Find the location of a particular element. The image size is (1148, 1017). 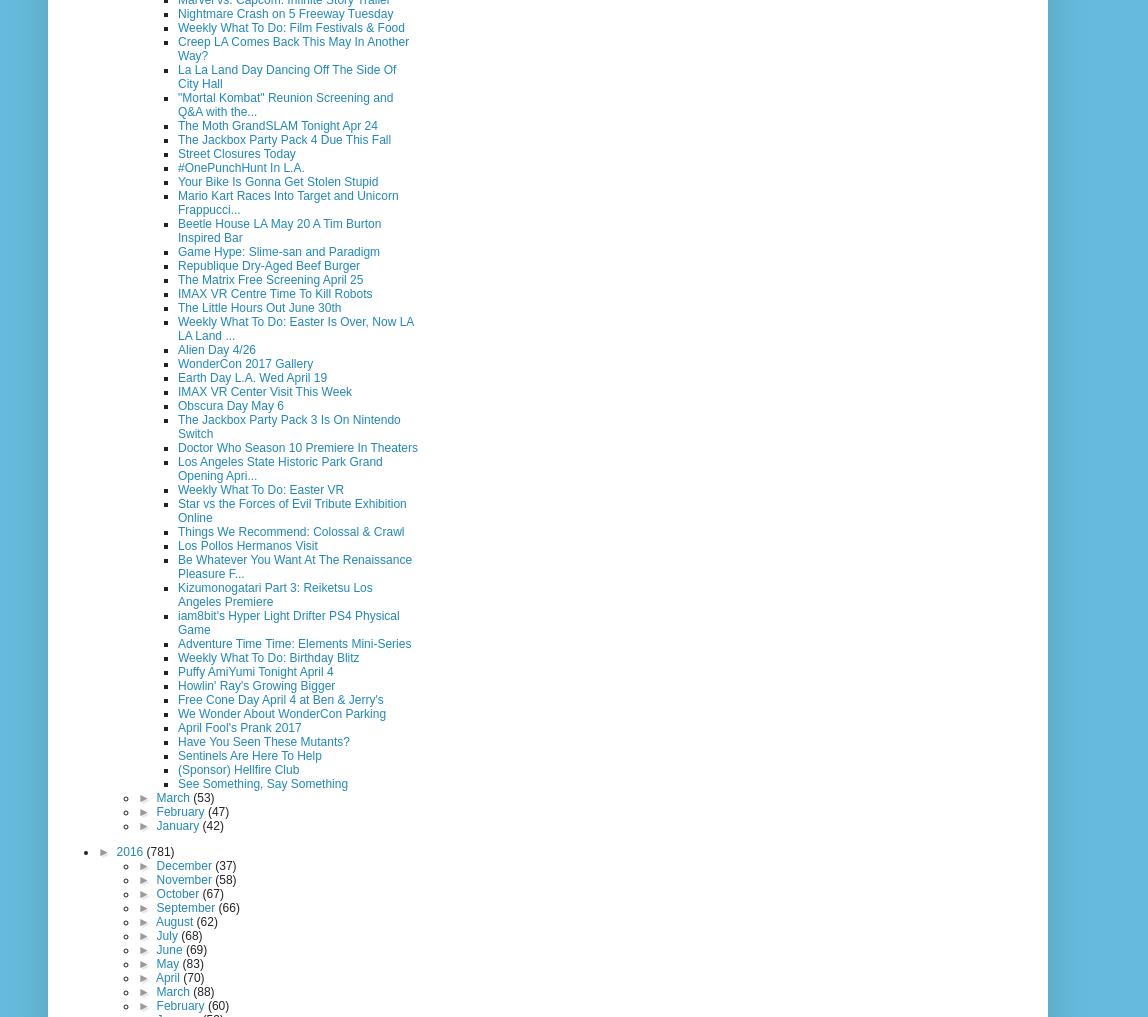

'December' is located at coordinates (156, 864).